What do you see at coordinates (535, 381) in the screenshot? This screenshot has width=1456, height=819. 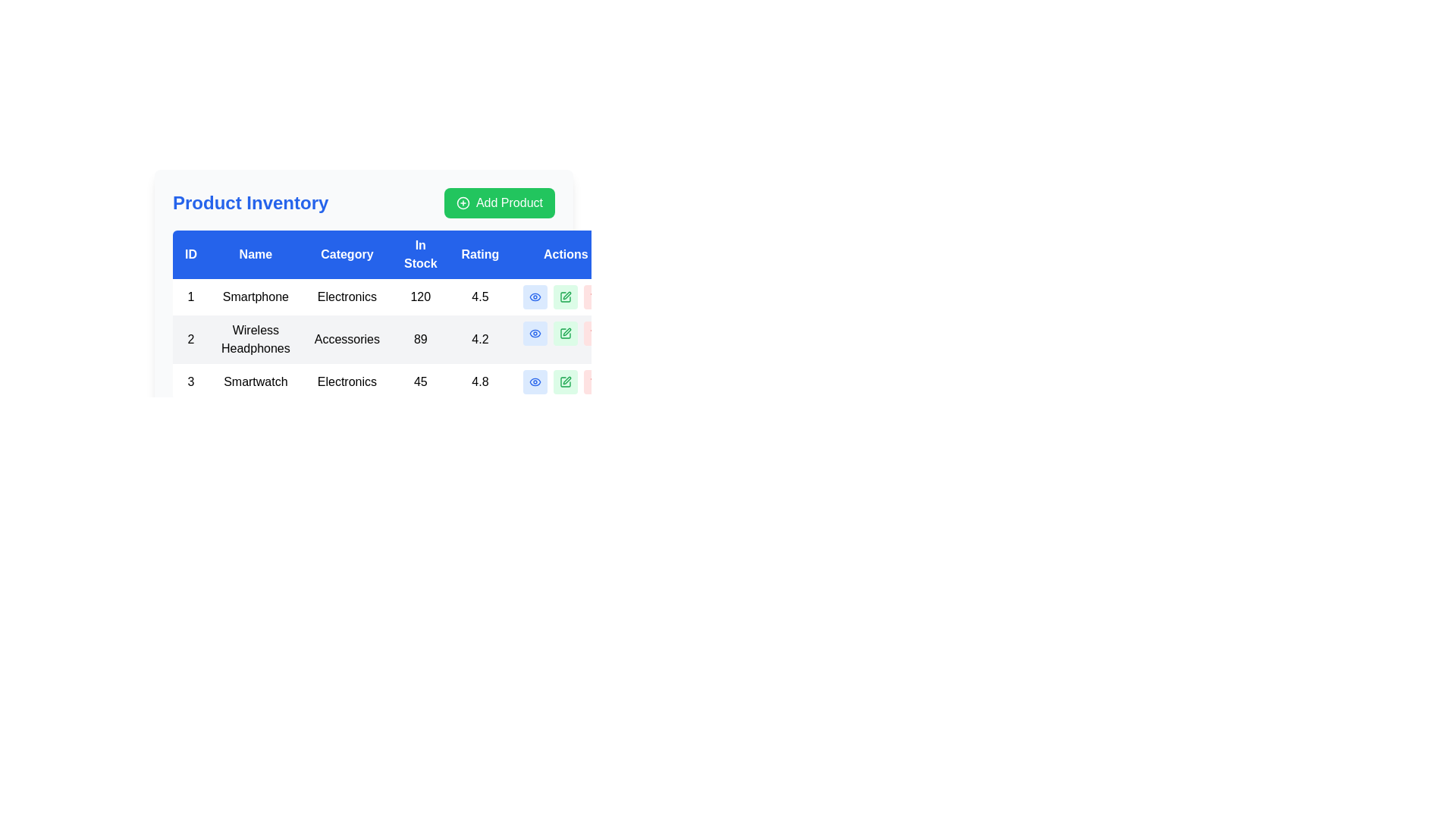 I see `the first button in the 'Actions' column of the third row of the table` at bounding box center [535, 381].